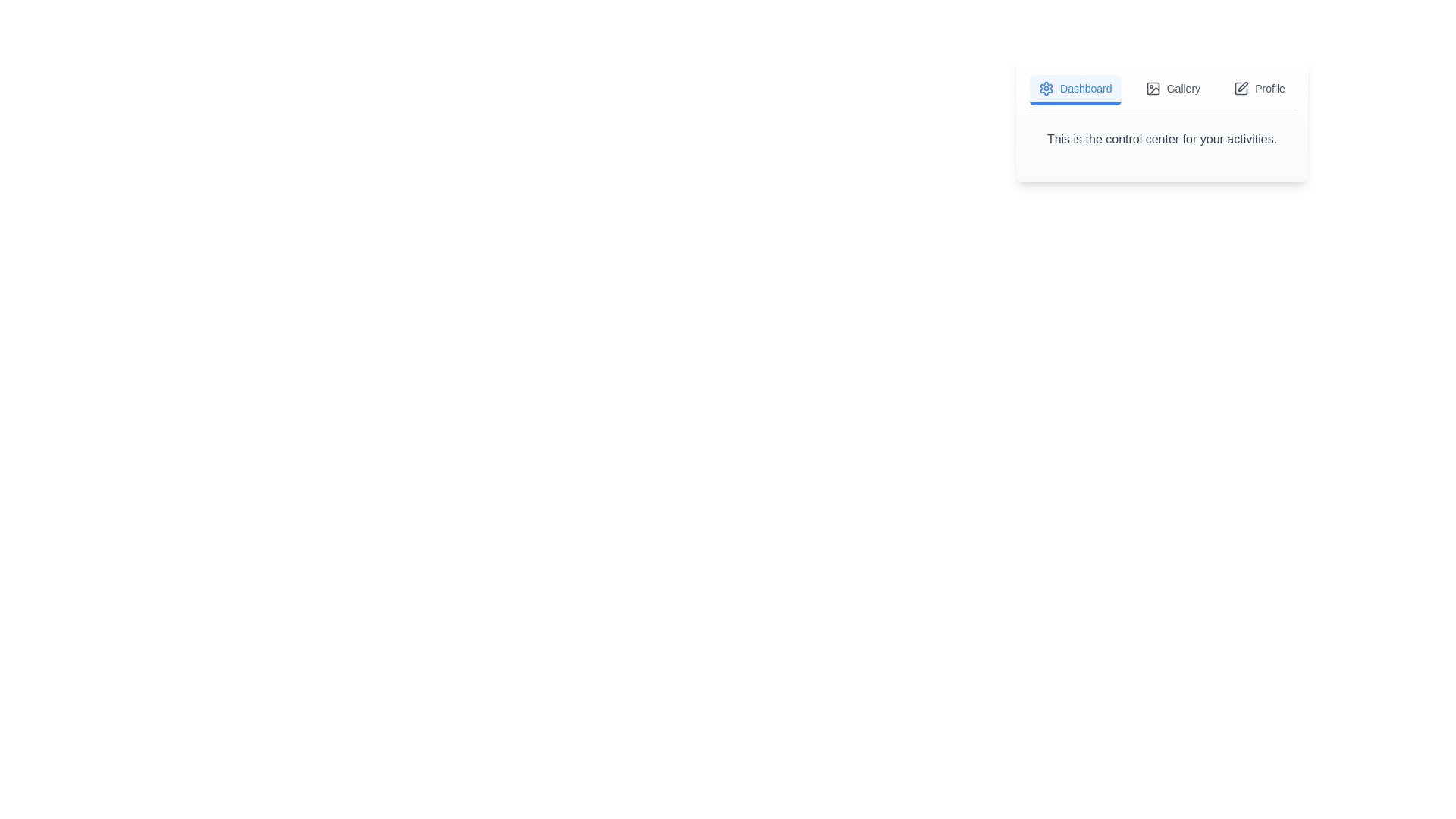  I want to click on the Gallery tab, so click(1172, 90).